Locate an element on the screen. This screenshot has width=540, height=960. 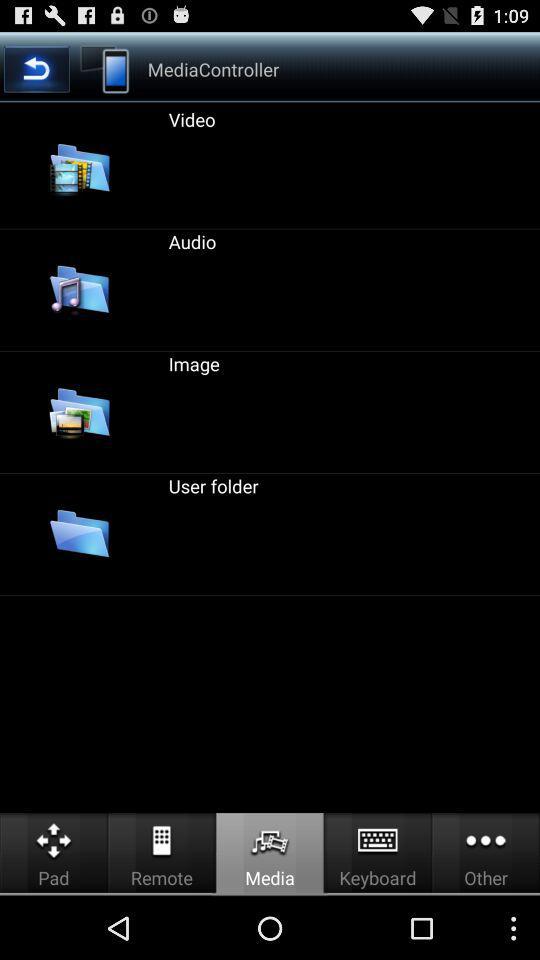
the add icon is located at coordinates (491, 72).